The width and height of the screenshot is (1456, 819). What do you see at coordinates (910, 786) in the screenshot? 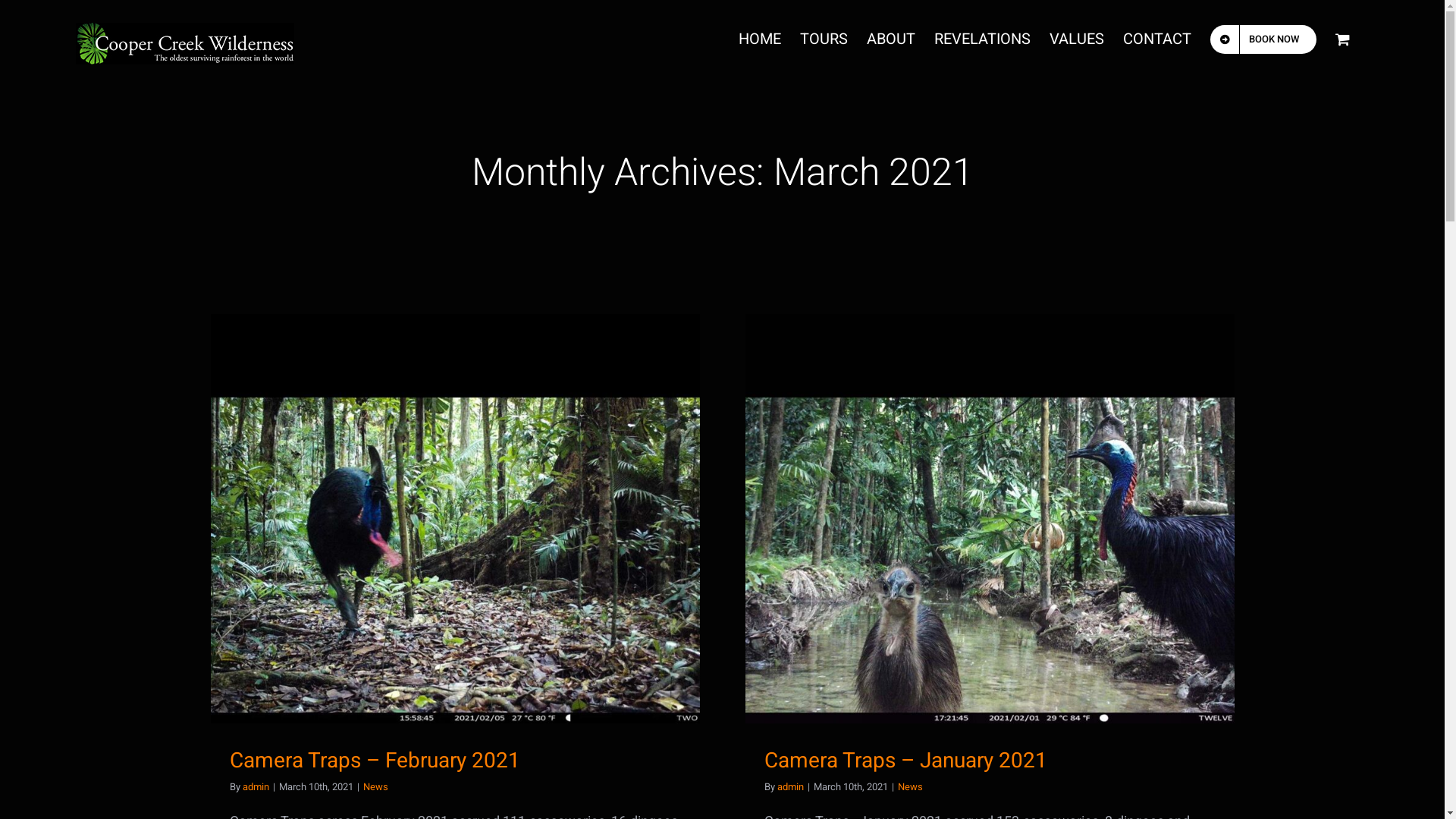
I see `'News'` at bounding box center [910, 786].